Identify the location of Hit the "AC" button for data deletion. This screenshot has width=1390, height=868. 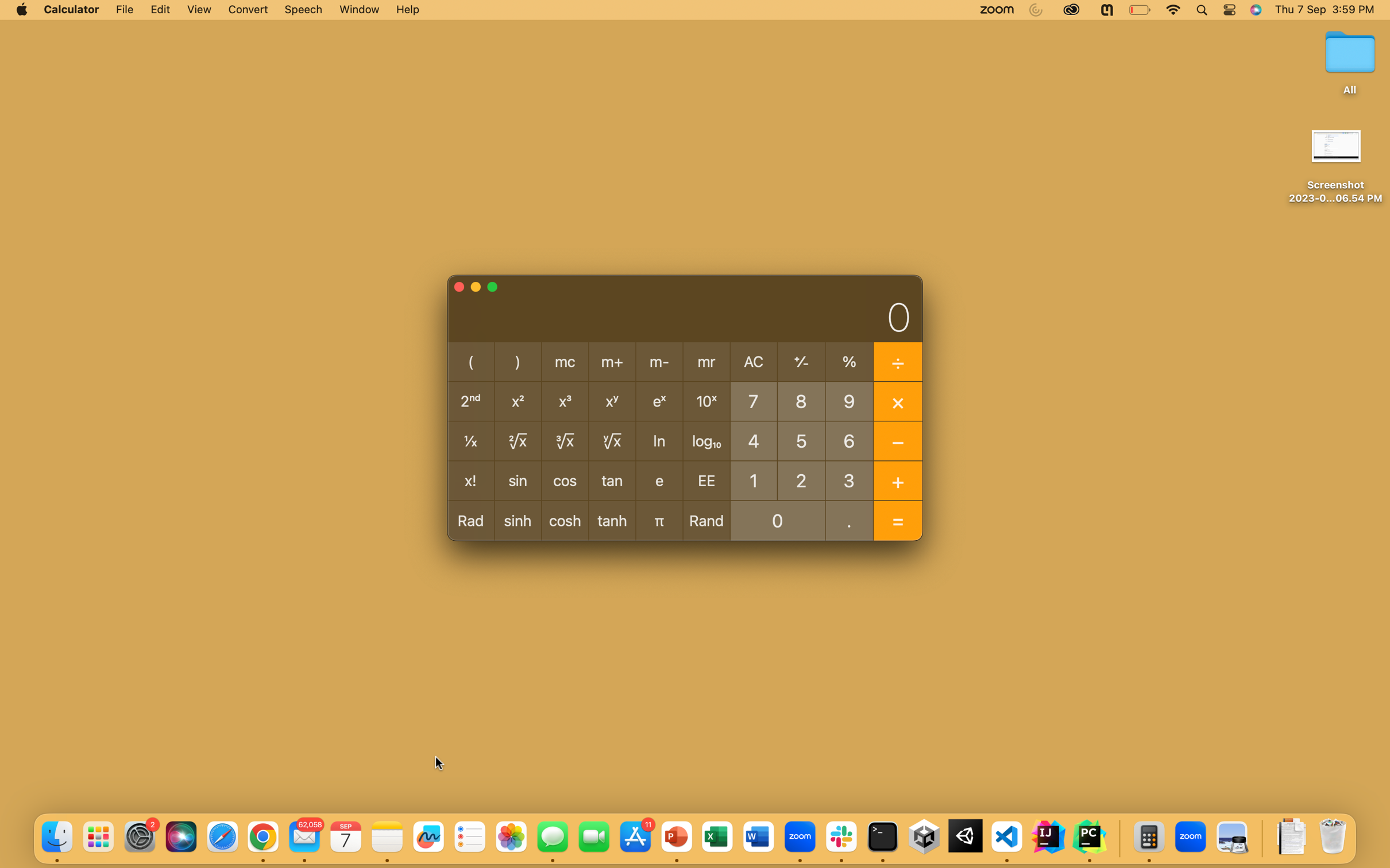
(754, 362).